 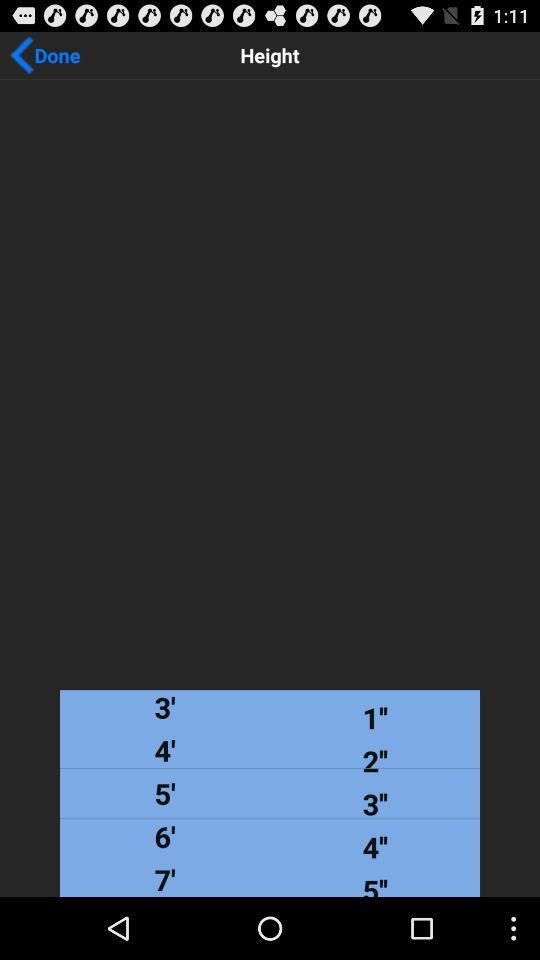 What do you see at coordinates (44, 54) in the screenshot?
I see `icon next to height item` at bounding box center [44, 54].